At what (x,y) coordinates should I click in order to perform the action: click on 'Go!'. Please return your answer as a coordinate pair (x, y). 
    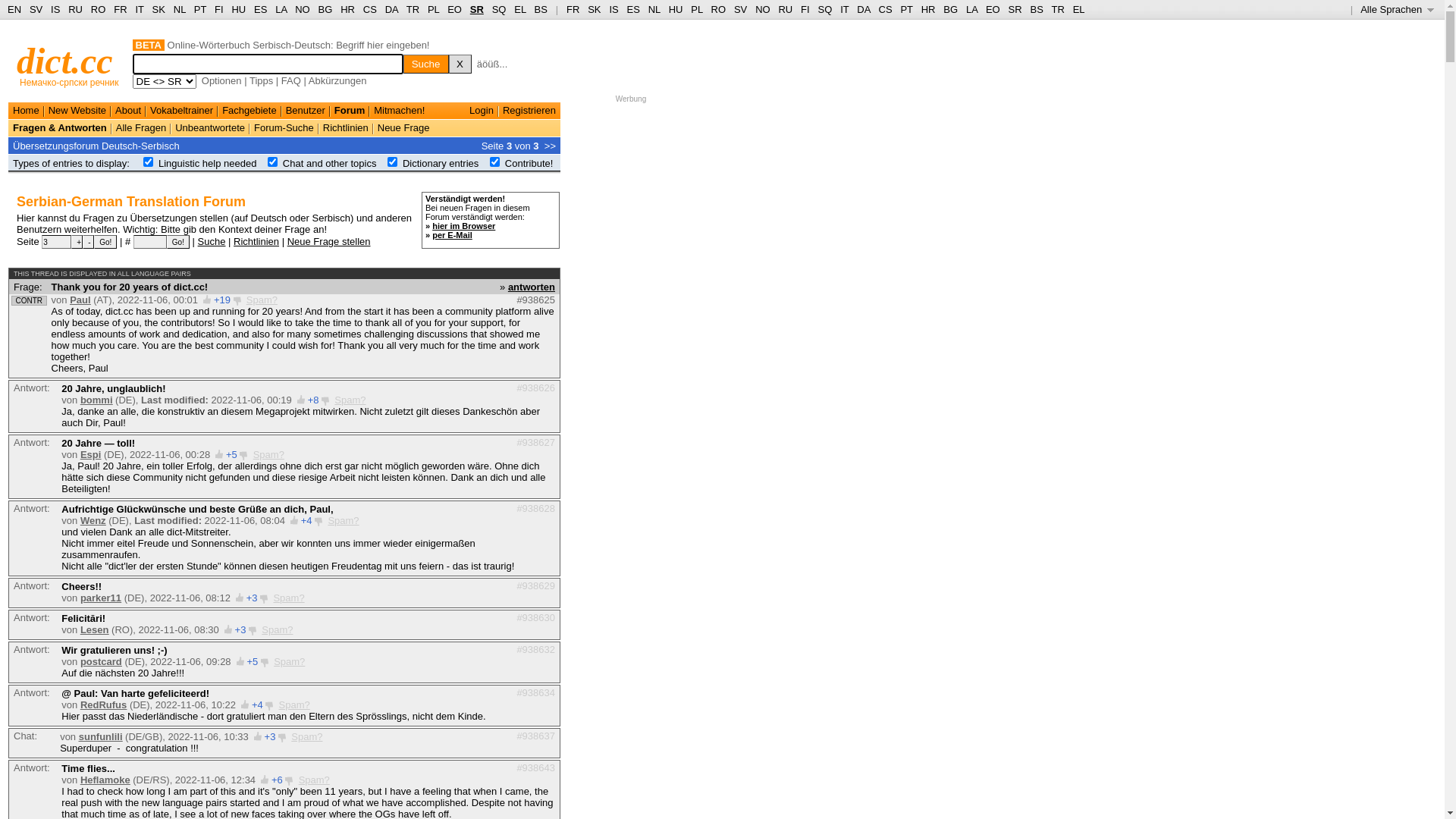
    Looking at the image, I should click on (105, 241).